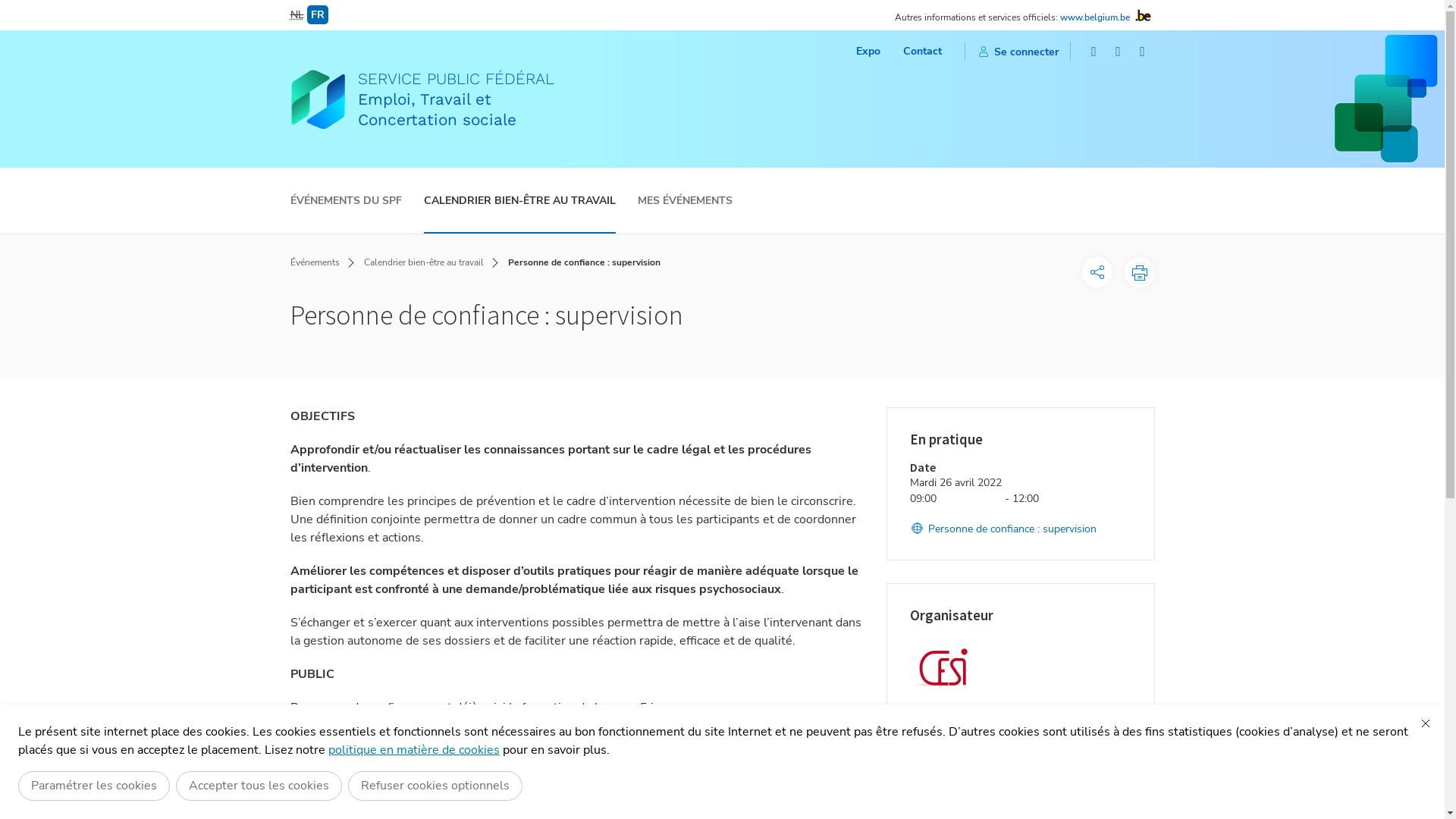  Describe the element at coordinates (315, 14) in the screenshot. I see `'FR'` at that location.